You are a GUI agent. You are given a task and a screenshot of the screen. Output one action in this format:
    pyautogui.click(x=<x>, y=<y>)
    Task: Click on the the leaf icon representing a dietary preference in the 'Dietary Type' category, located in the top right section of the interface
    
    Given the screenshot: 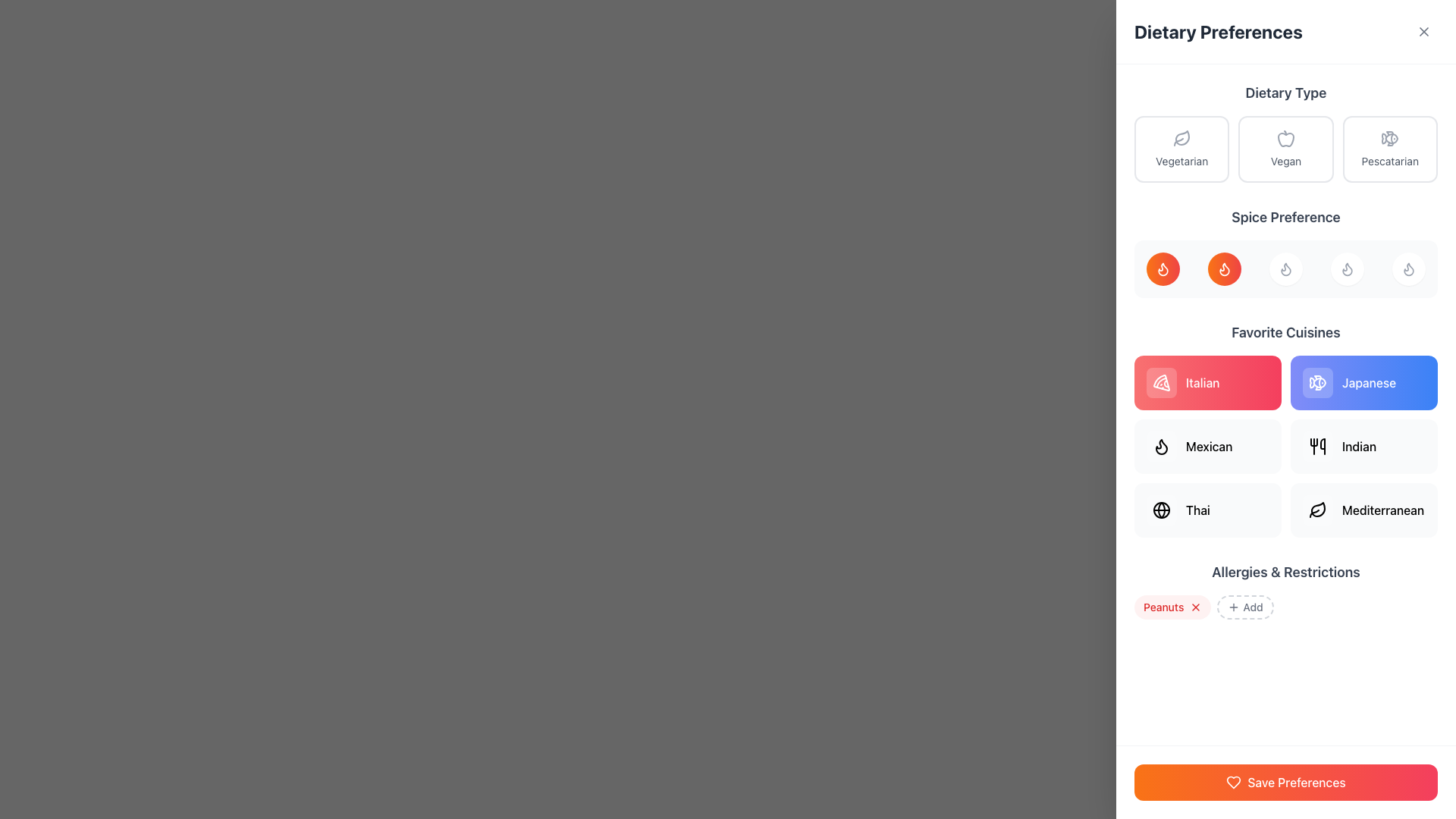 What is the action you would take?
    pyautogui.click(x=1181, y=137)
    